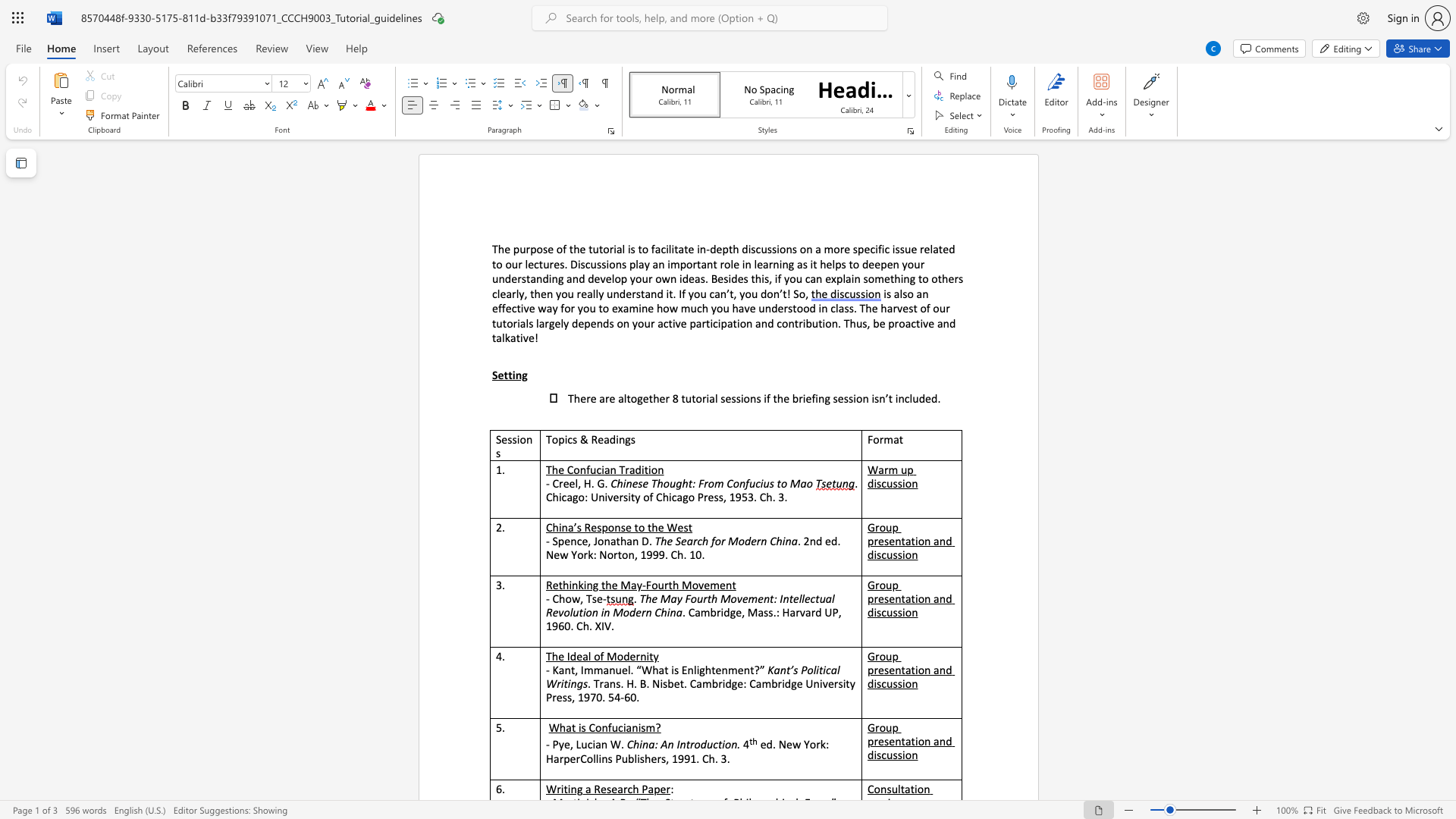  Describe the element at coordinates (902, 263) in the screenshot. I see `the subset text "your understanding and deve" within the text "in learning as it helps to deepen your understanding and develop your own ideas. Besides this, if you can explain something to others clearly, then you really understand it. If you"` at that location.